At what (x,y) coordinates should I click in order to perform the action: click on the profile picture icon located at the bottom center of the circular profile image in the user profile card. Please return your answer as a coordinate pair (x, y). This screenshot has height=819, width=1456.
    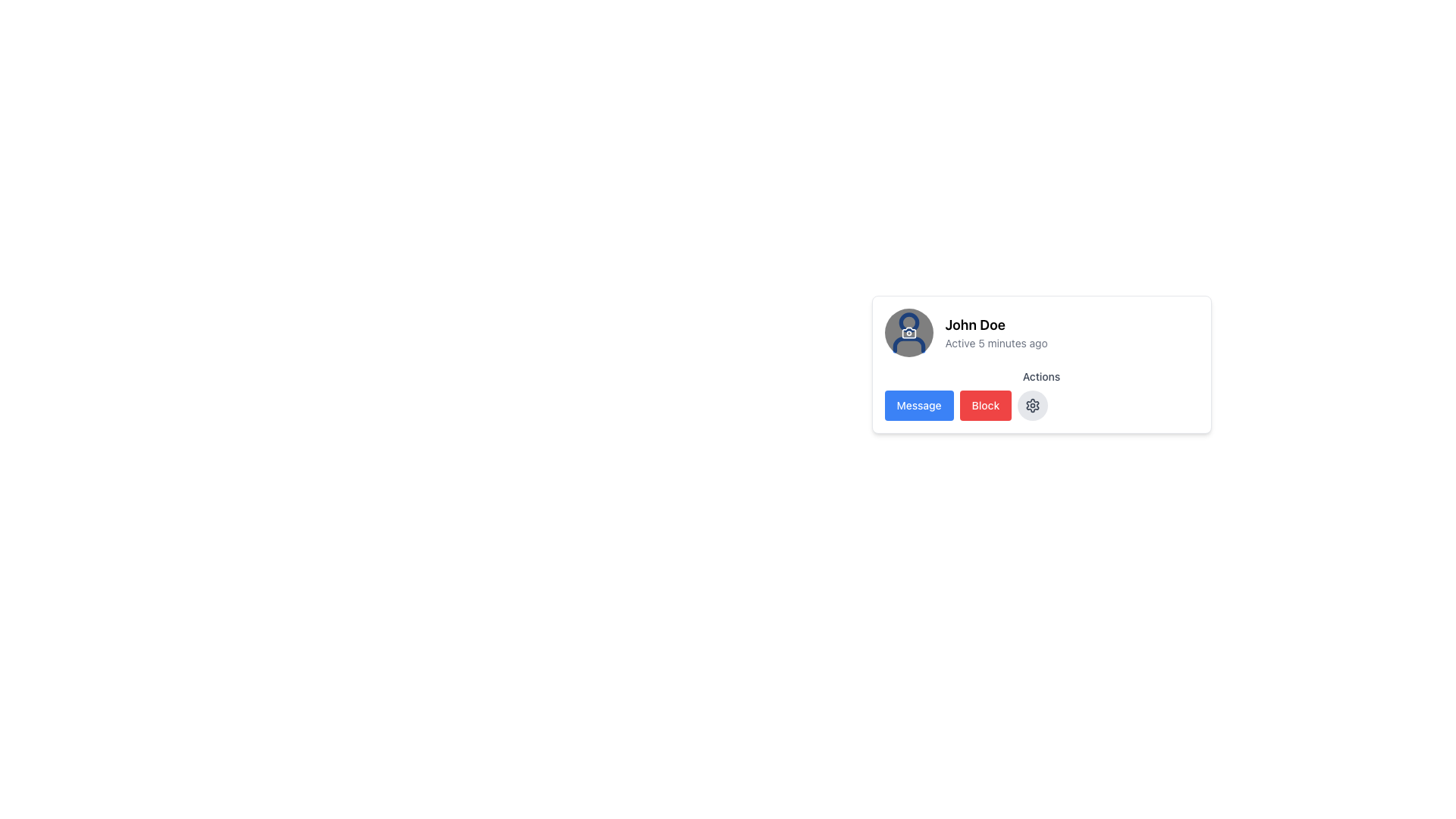
    Looking at the image, I should click on (908, 332).